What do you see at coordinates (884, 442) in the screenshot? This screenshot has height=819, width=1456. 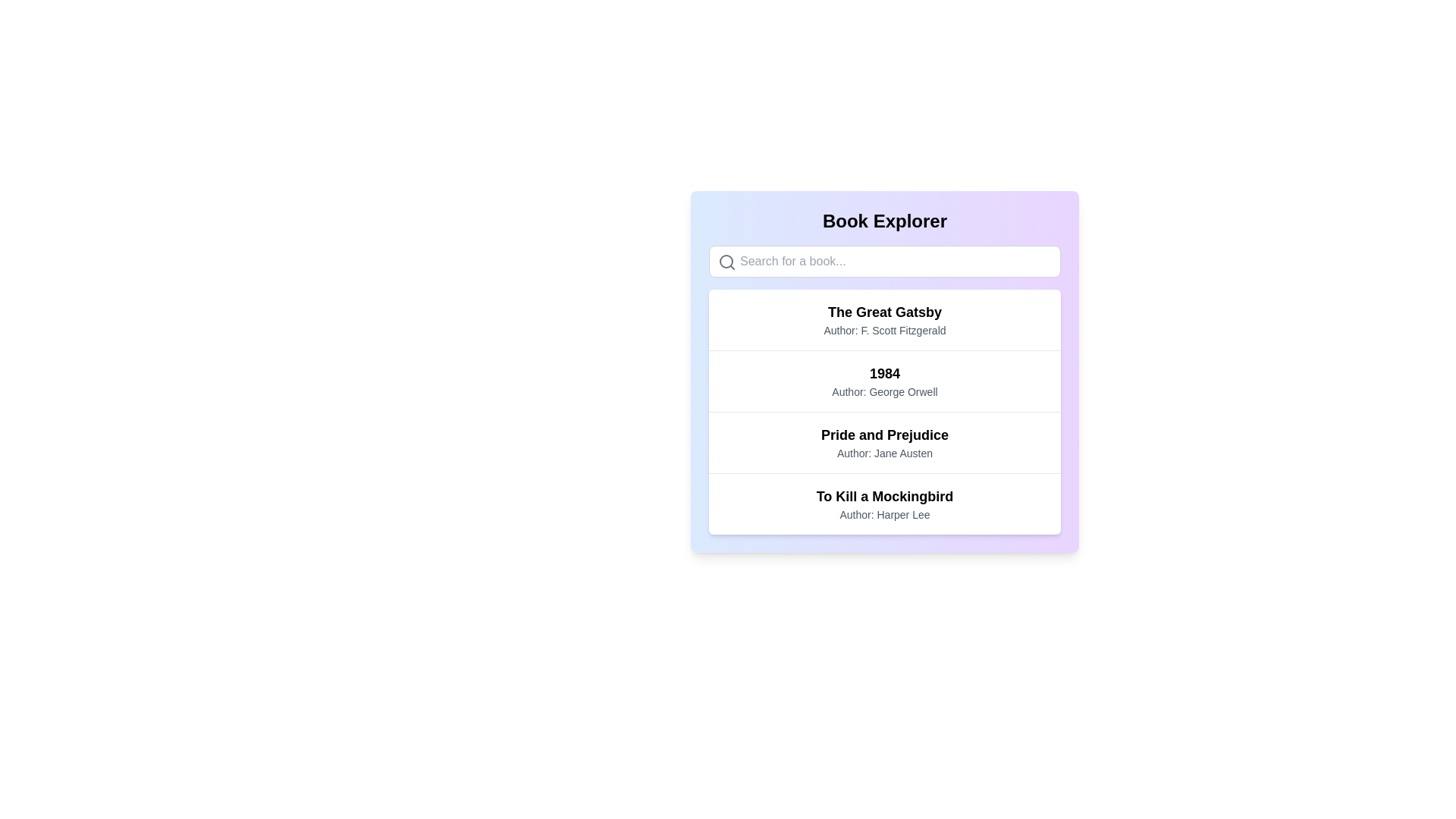 I see `to select the list item for the book titled 'Pride and Prejudice' by Jane Austen, which is the third item in the book list` at bounding box center [884, 442].